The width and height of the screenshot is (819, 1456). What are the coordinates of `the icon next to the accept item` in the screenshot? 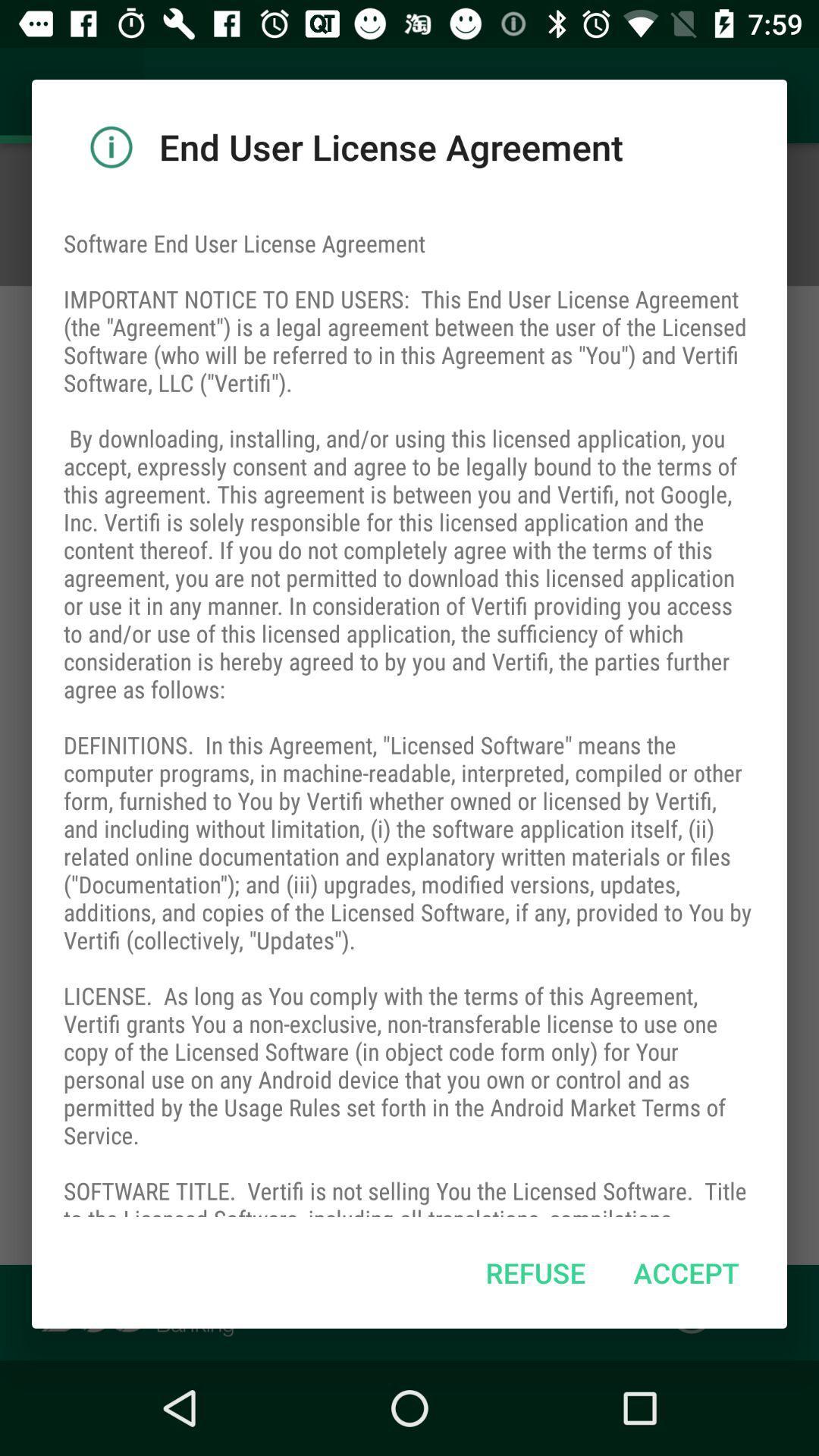 It's located at (535, 1272).